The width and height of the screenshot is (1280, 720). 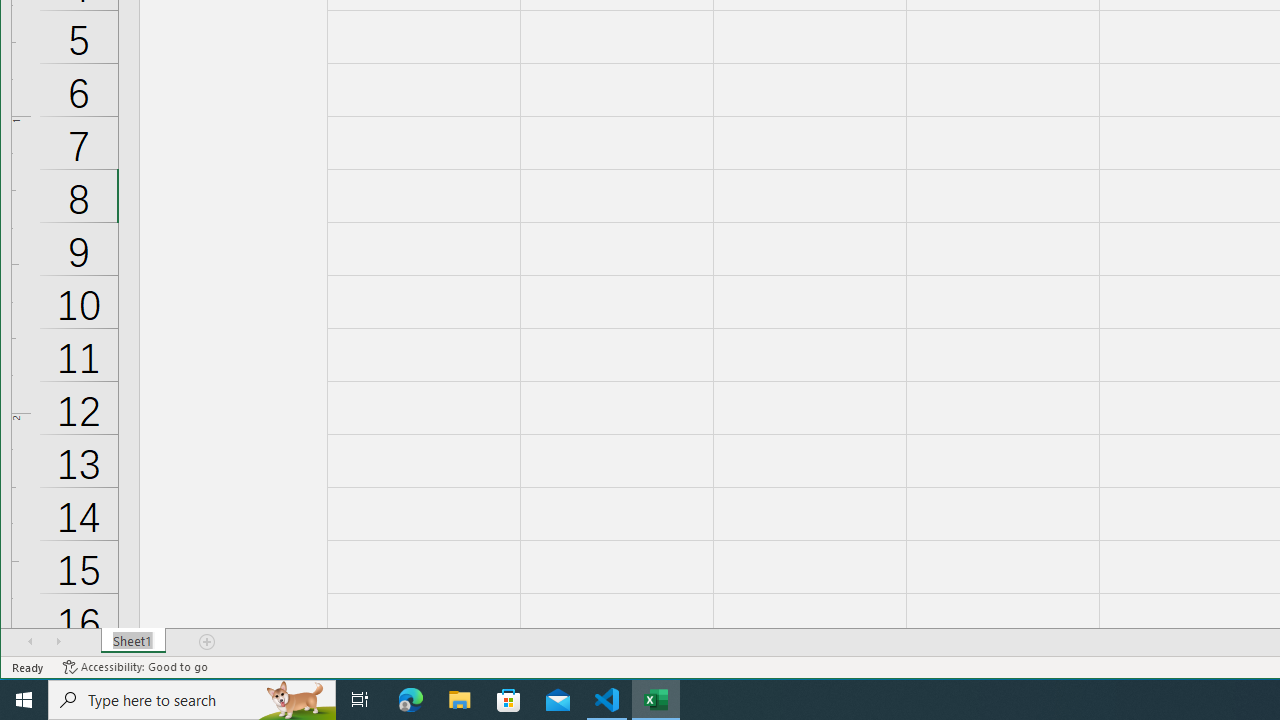 I want to click on 'Search highlights icon opens search home window', so click(x=294, y=698).